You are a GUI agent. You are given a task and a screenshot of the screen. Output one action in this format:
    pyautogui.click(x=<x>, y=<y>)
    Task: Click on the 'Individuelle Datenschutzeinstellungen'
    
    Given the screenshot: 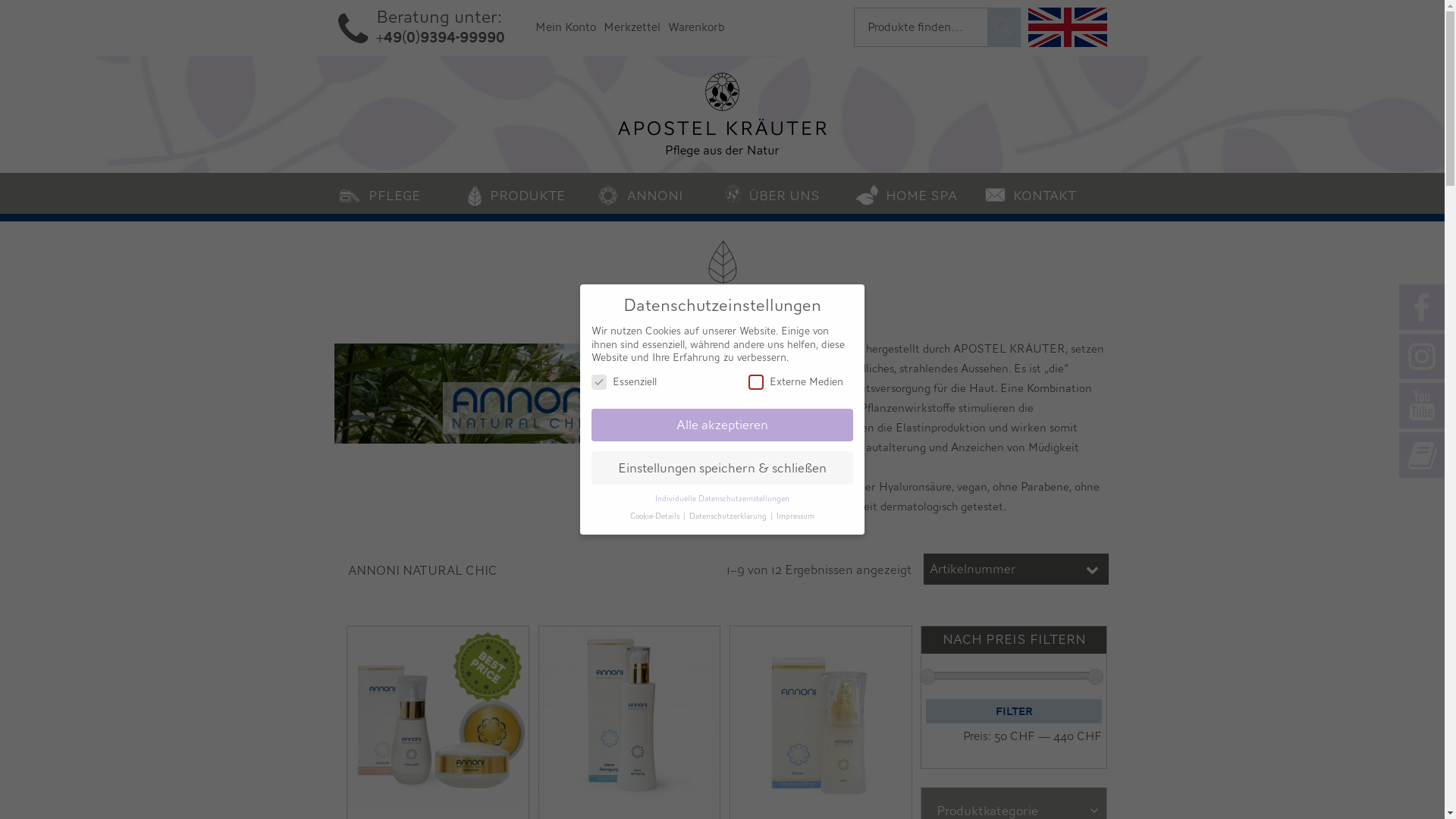 What is the action you would take?
    pyautogui.click(x=721, y=499)
    